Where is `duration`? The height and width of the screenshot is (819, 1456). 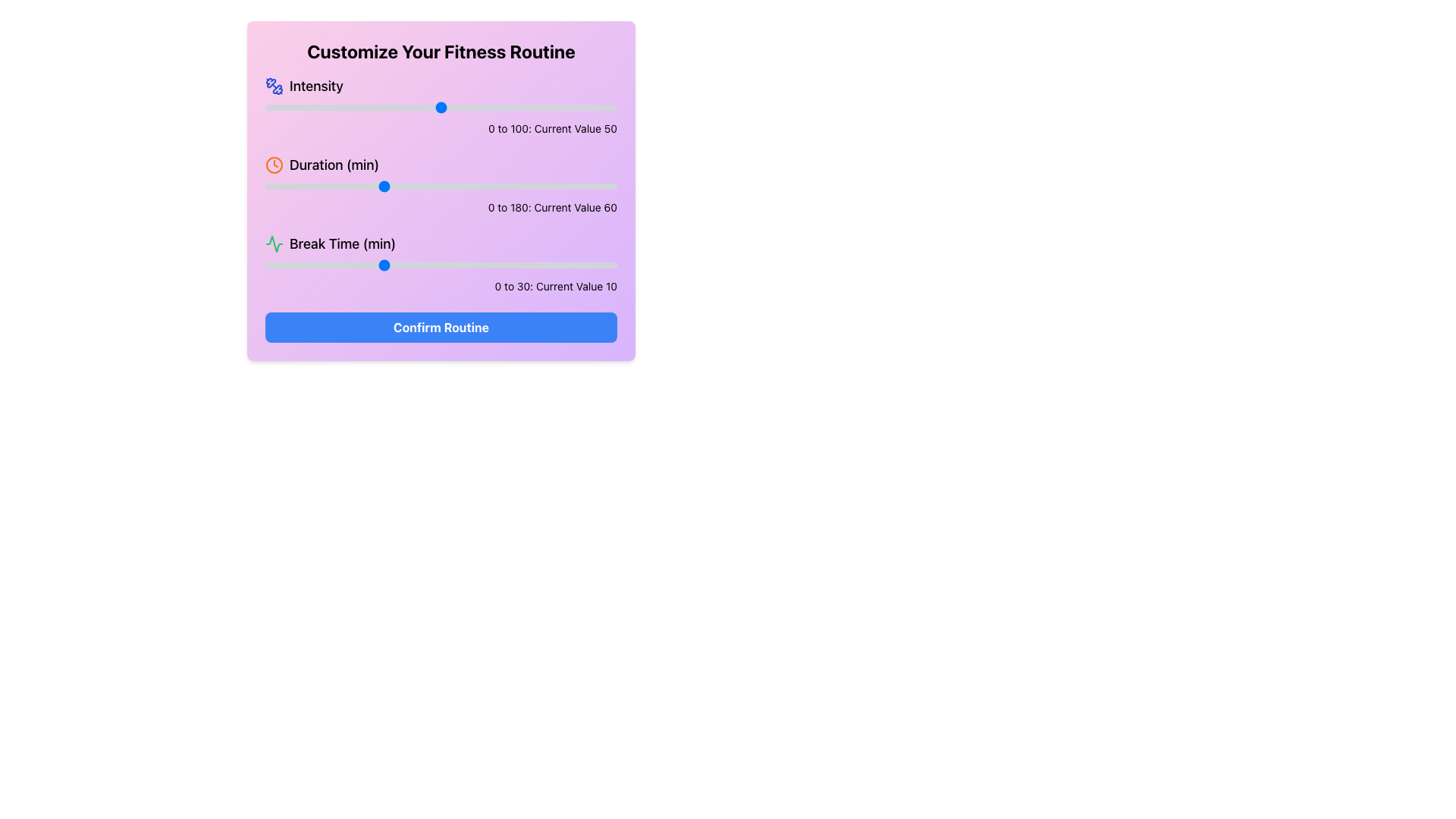
duration is located at coordinates (438, 186).